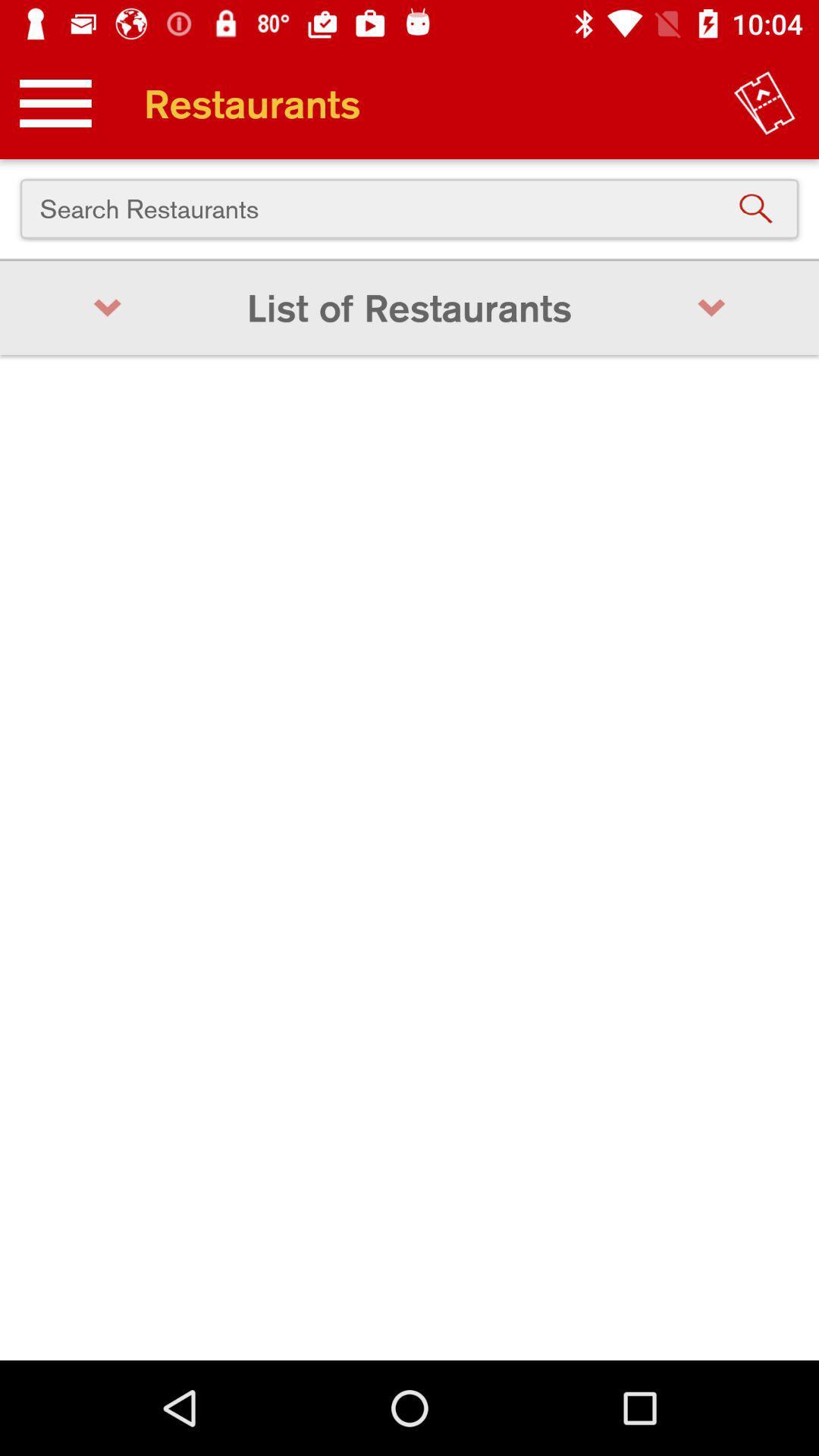 Image resolution: width=819 pixels, height=1456 pixels. What do you see at coordinates (55, 102) in the screenshot?
I see `the icon above the search restaurants` at bounding box center [55, 102].